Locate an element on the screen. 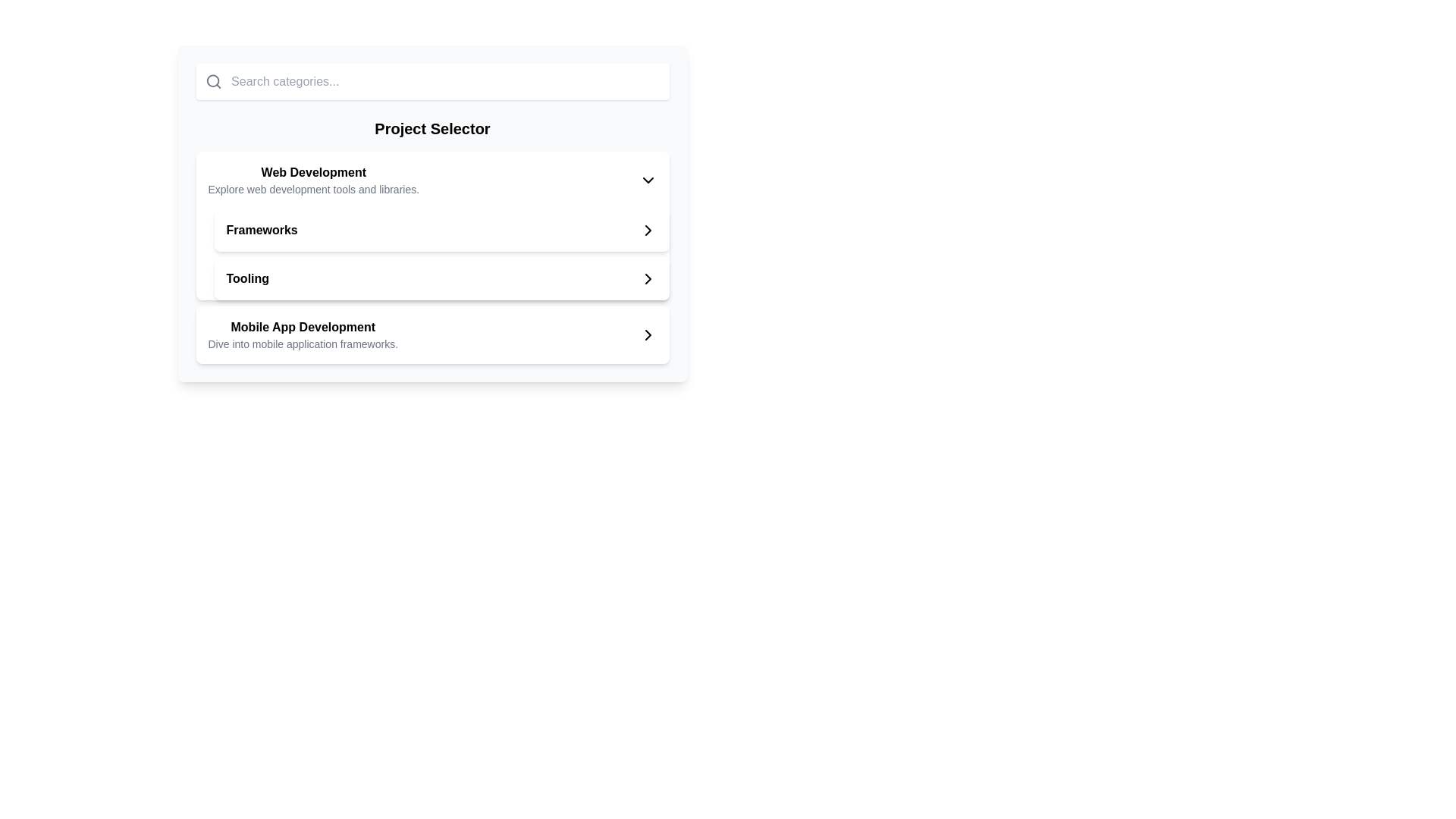  the rightward-pointing chevron icon located at the far right of the 'Mobile App Development' row in the 'Project Selector' list is located at coordinates (648, 334).